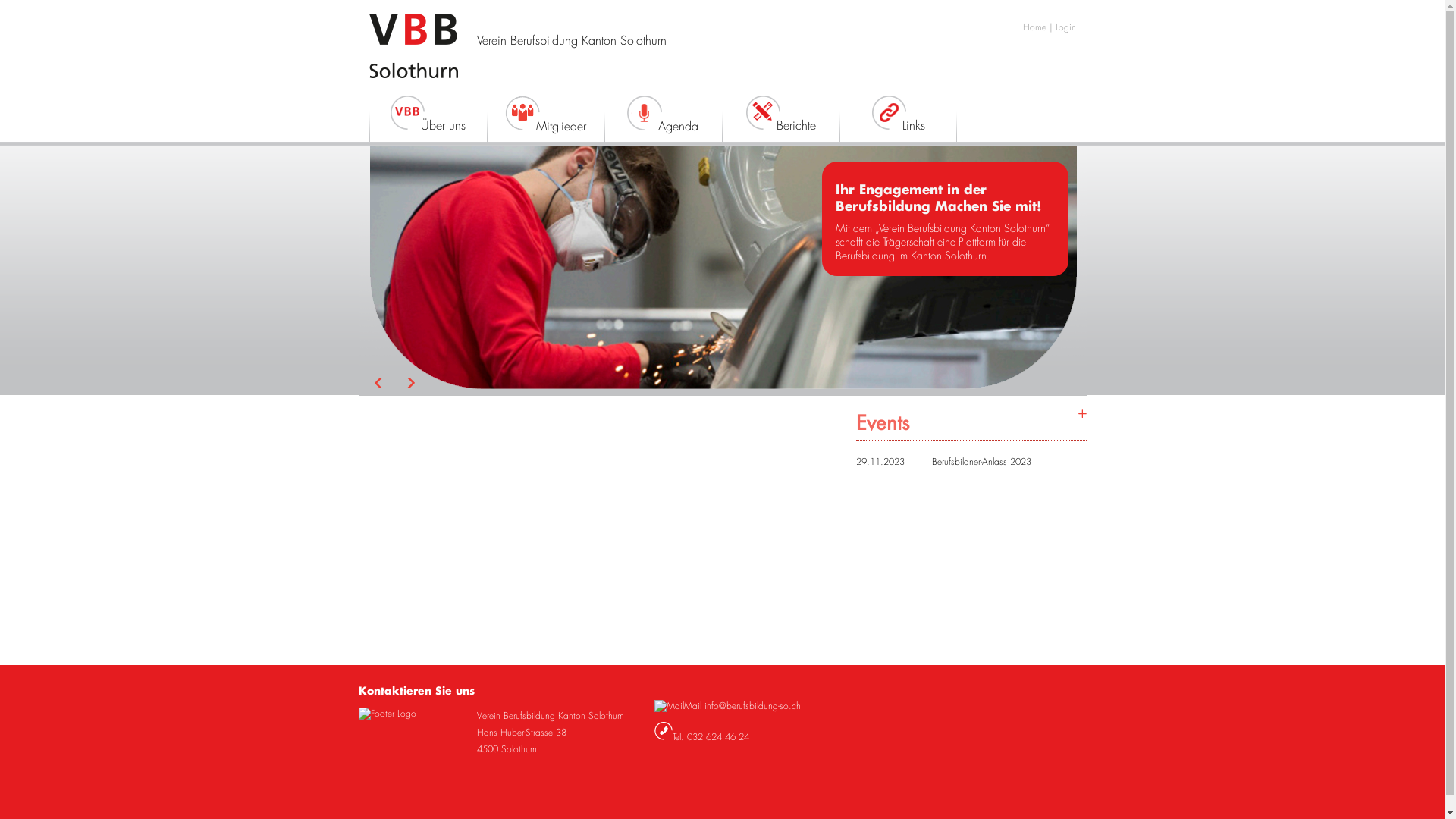 The height and width of the screenshot is (819, 1456). Describe the element at coordinates (780, 119) in the screenshot. I see `'Berichte'` at that location.